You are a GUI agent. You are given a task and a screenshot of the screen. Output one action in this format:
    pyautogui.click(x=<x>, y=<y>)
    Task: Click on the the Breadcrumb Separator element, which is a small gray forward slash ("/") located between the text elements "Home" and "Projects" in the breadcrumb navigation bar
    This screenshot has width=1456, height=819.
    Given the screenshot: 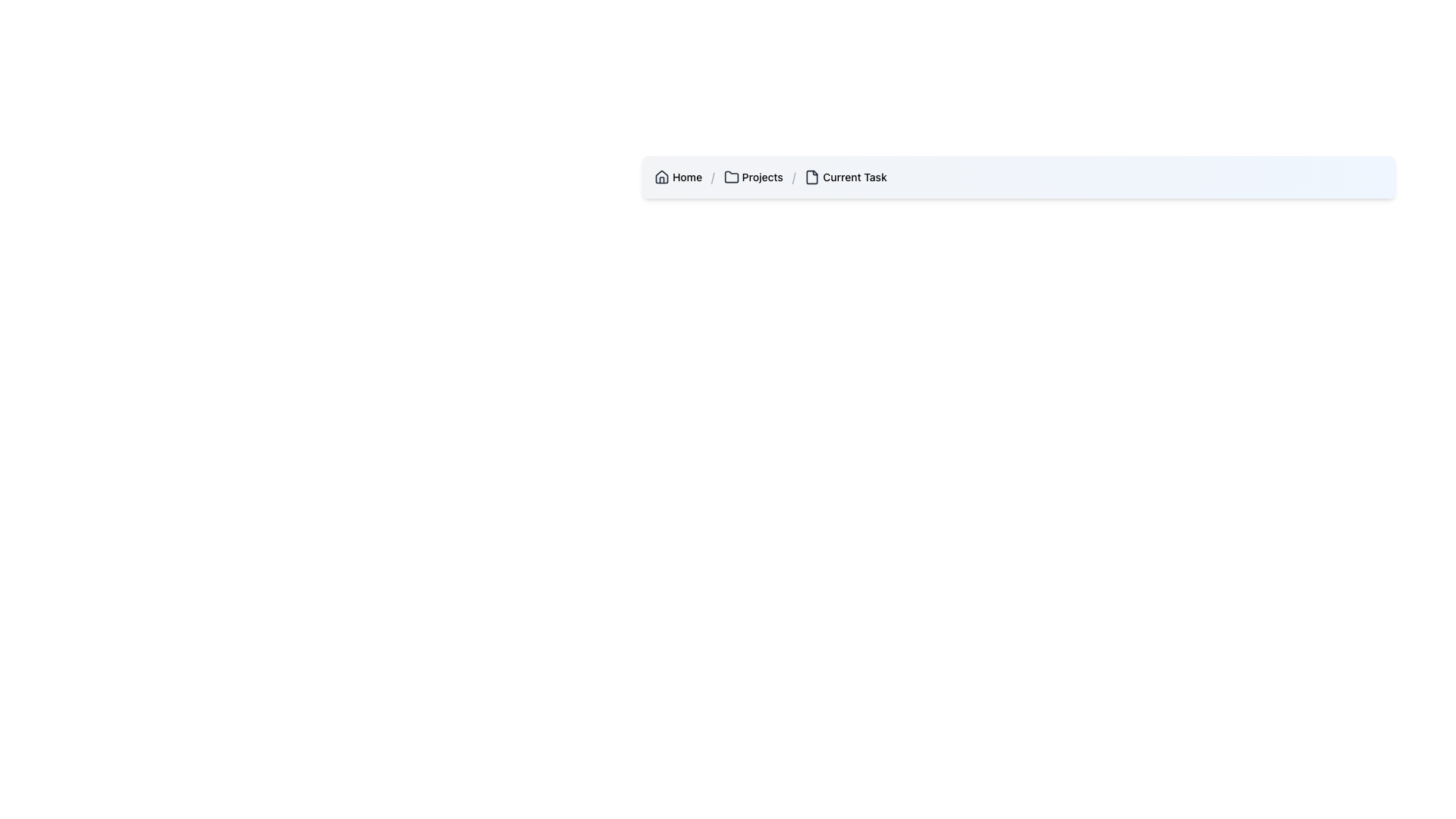 What is the action you would take?
    pyautogui.click(x=712, y=177)
    